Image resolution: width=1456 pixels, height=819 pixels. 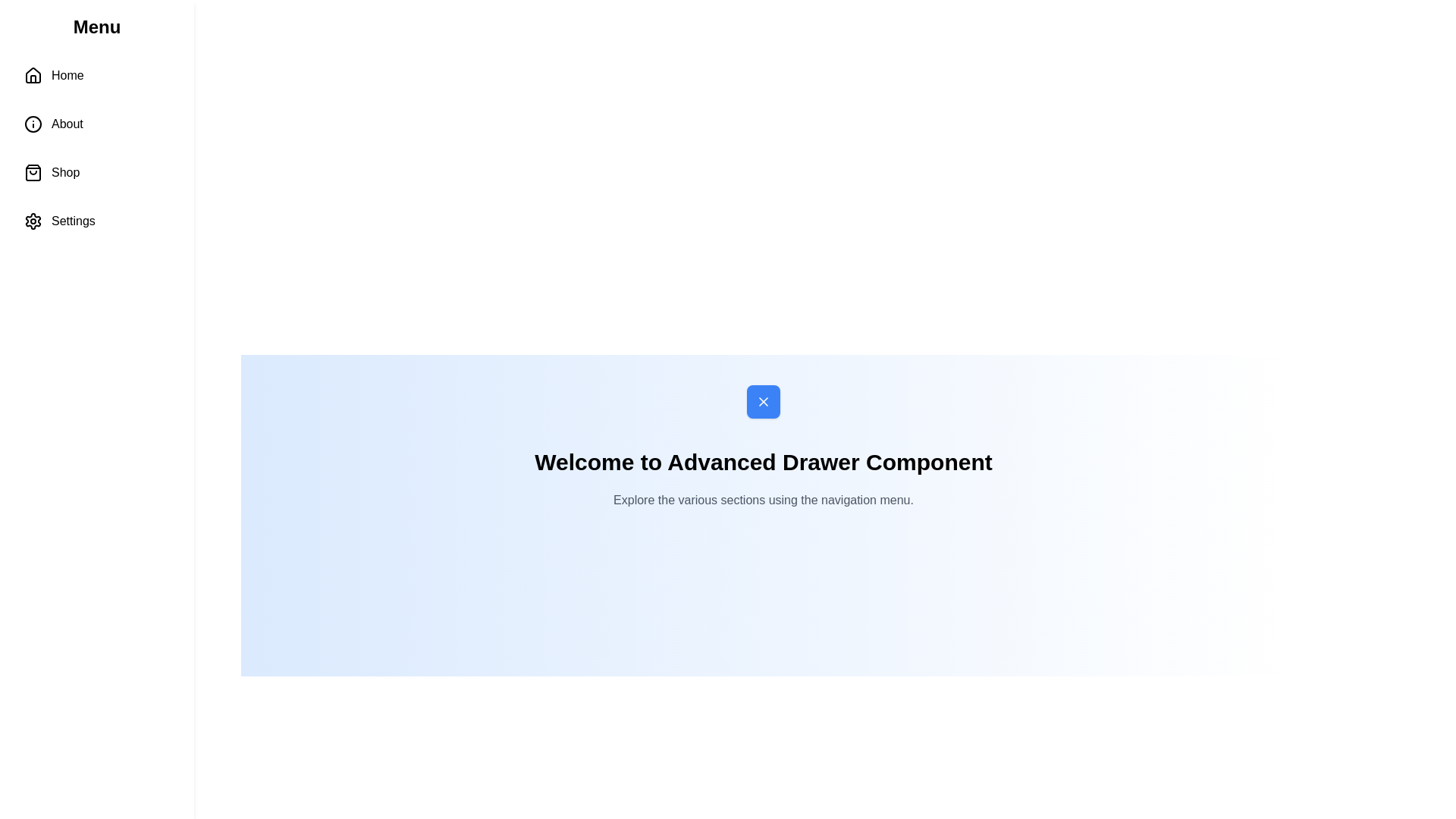 What do you see at coordinates (67, 76) in the screenshot?
I see `the 'Home' text label in the left-hand navigation menu, which is styled in black font and is located next to a house icon` at bounding box center [67, 76].